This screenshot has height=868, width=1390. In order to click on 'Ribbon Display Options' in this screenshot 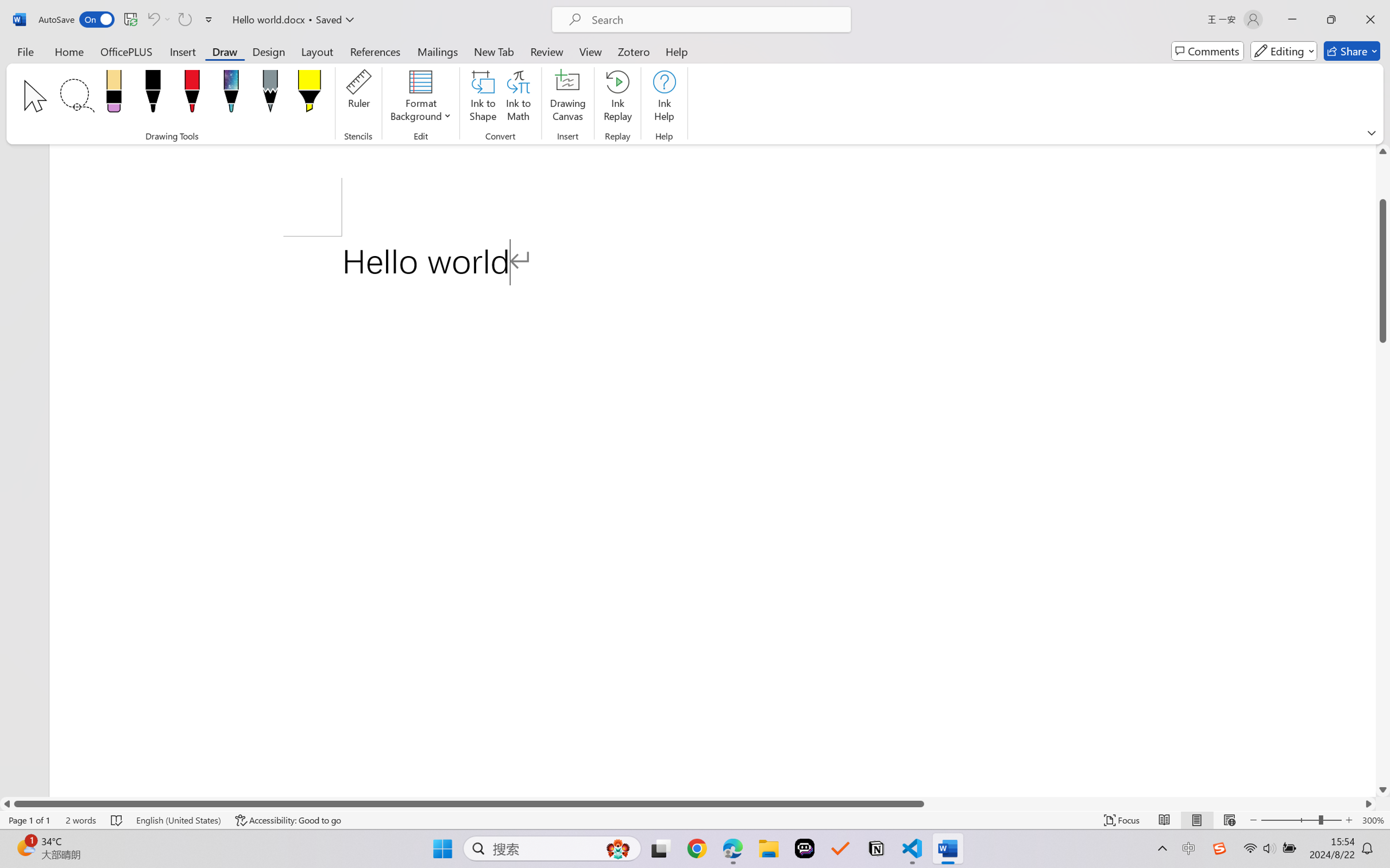, I will do `click(1371, 133)`.